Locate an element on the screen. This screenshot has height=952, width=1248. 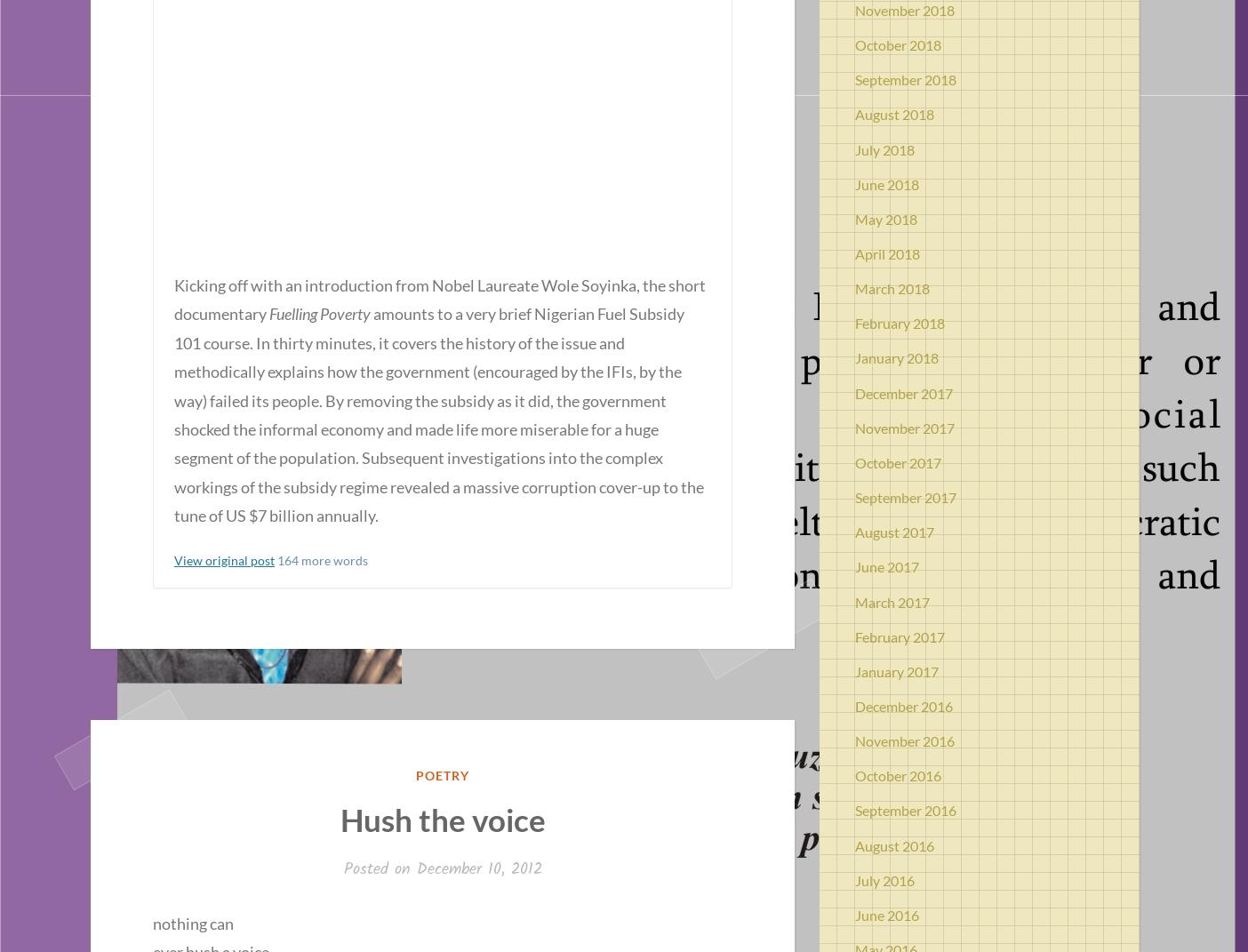
'Posted on' is located at coordinates (378, 868).